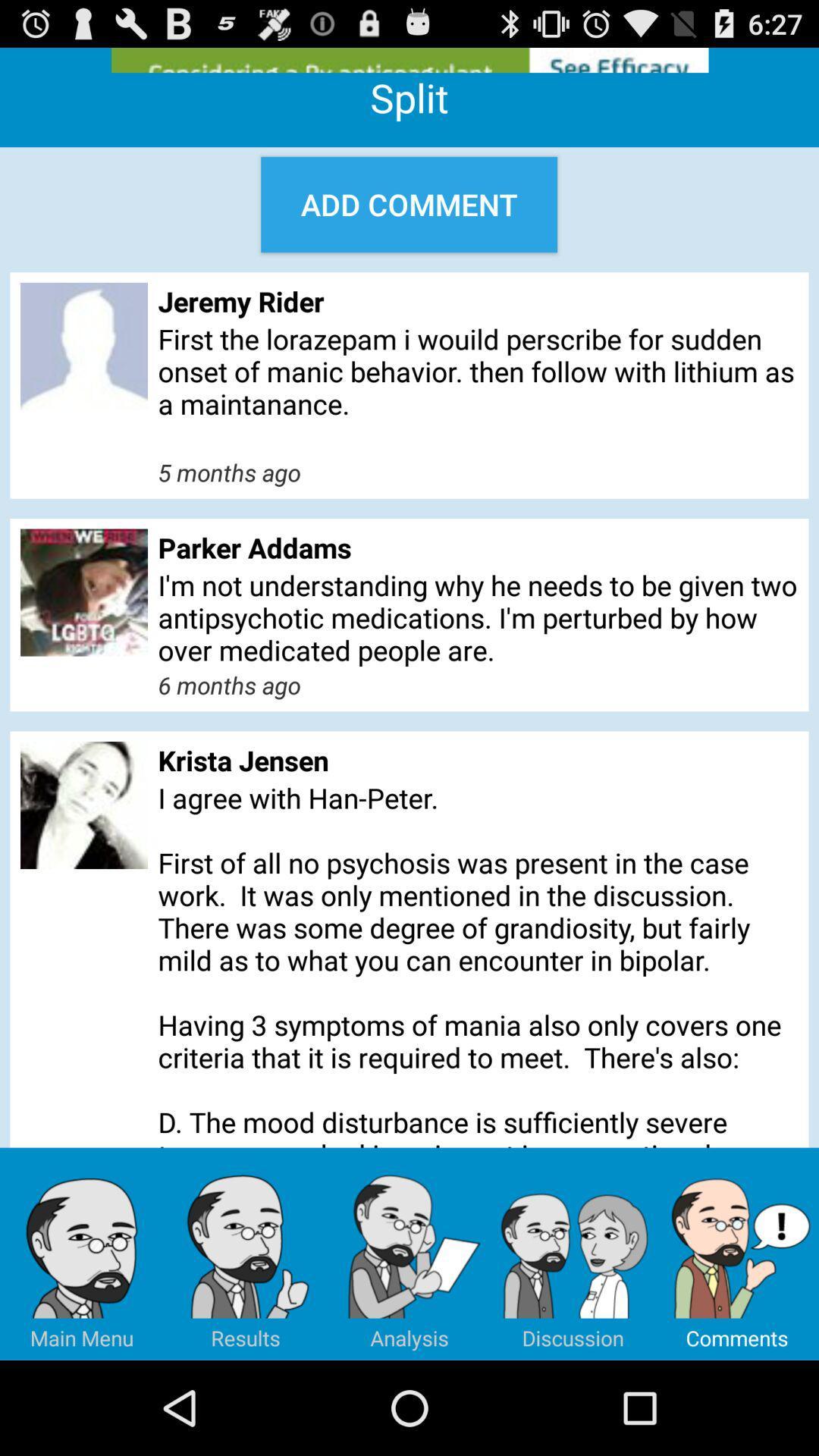  Describe the element at coordinates (408, 203) in the screenshot. I see `app above the jeremy rider` at that location.